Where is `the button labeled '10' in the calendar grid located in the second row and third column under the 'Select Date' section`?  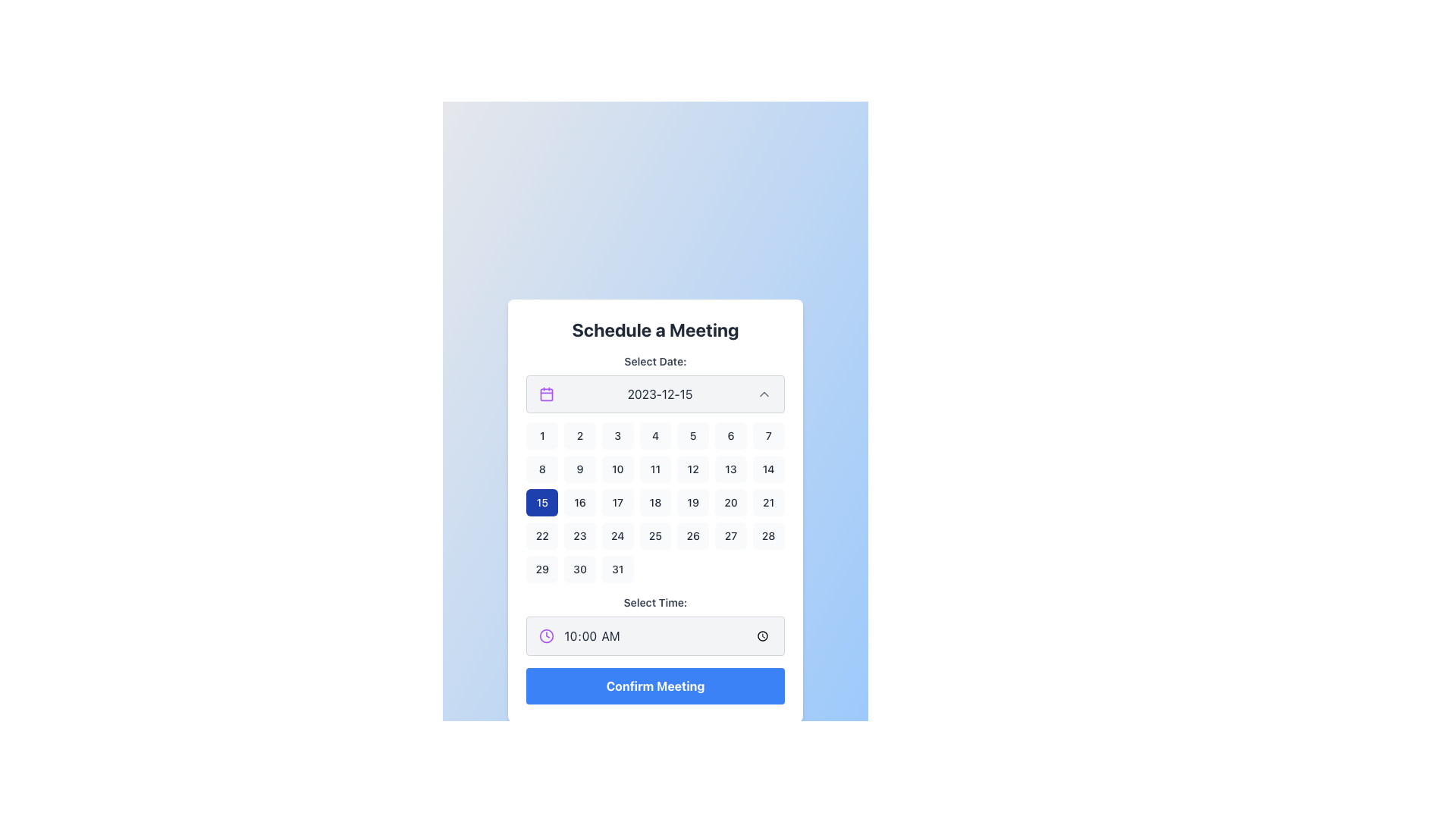
the button labeled '10' in the calendar grid located in the second row and third column under the 'Select Date' section is located at coordinates (617, 468).